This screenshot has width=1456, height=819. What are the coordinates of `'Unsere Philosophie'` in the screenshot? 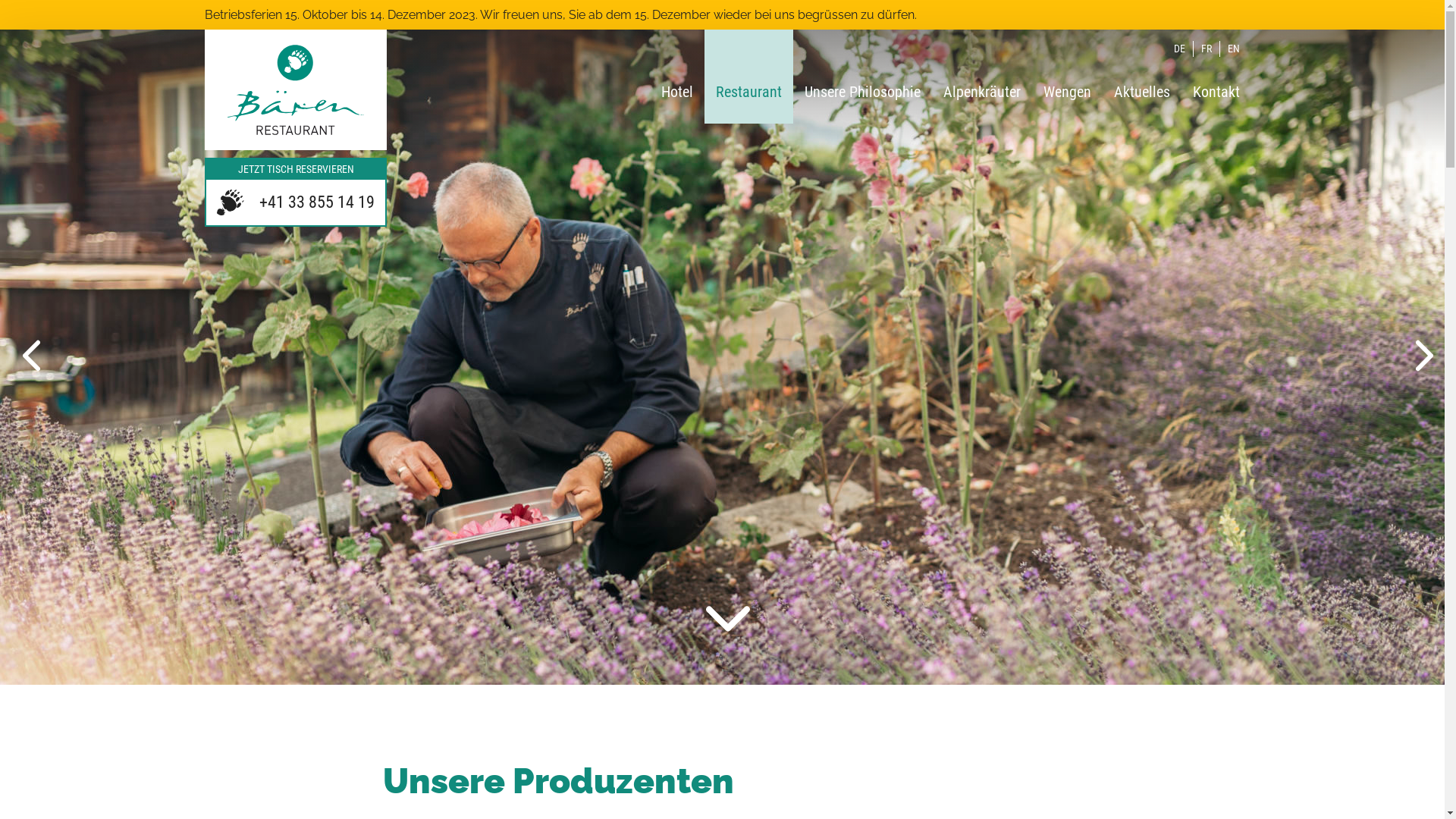 It's located at (862, 76).